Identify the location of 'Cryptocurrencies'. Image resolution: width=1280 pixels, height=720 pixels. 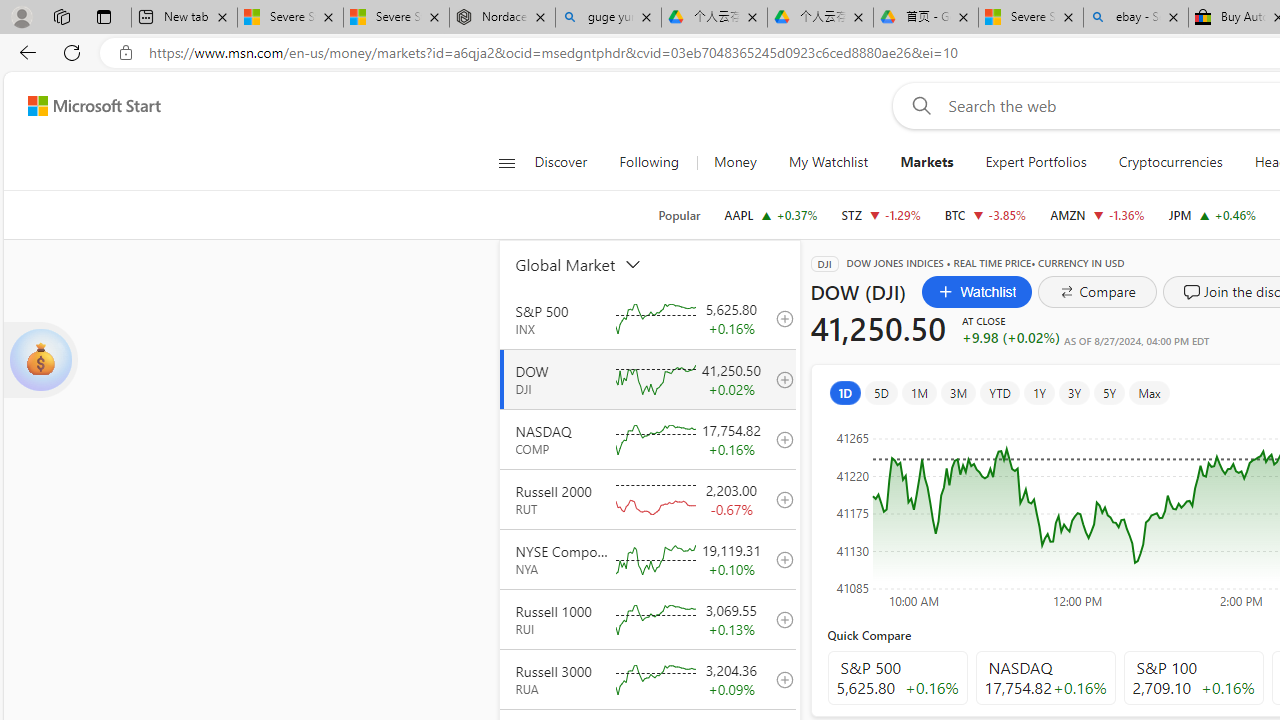
(1169, 162).